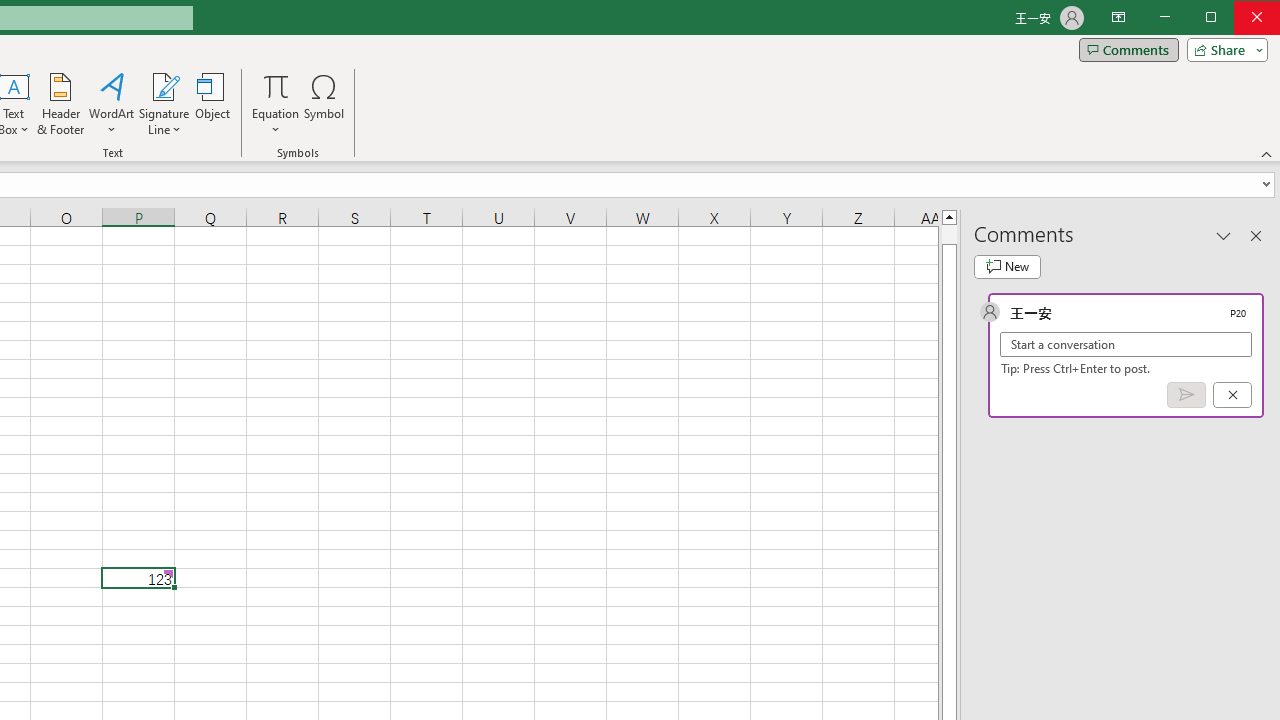 The height and width of the screenshot is (720, 1280). I want to click on 'Equation', so click(274, 104).